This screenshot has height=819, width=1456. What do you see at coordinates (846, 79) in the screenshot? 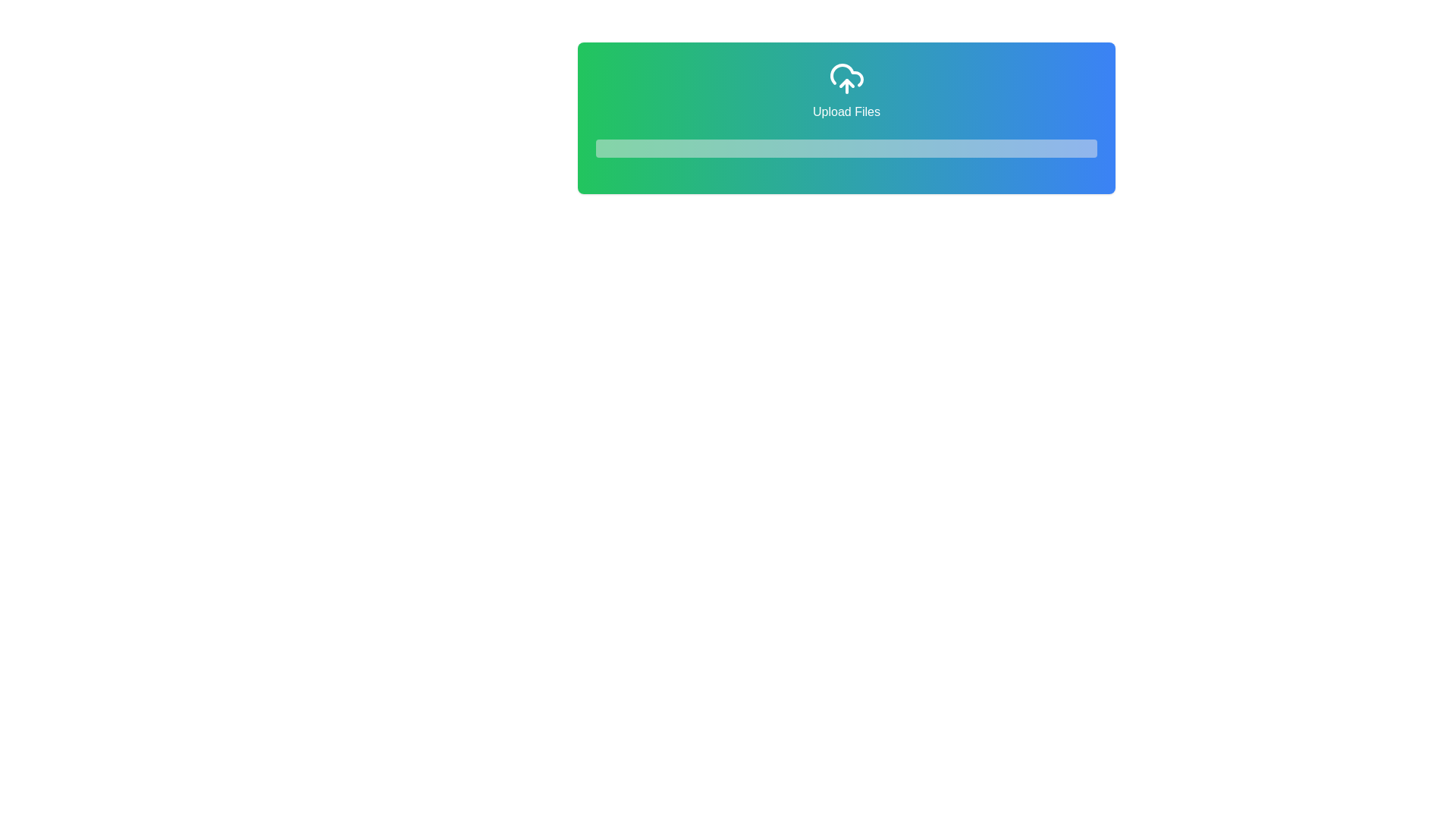
I see `the cloud icon with an upward-pointing arrow, which suggests an upload action, located above the label 'Upload Files'` at bounding box center [846, 79].